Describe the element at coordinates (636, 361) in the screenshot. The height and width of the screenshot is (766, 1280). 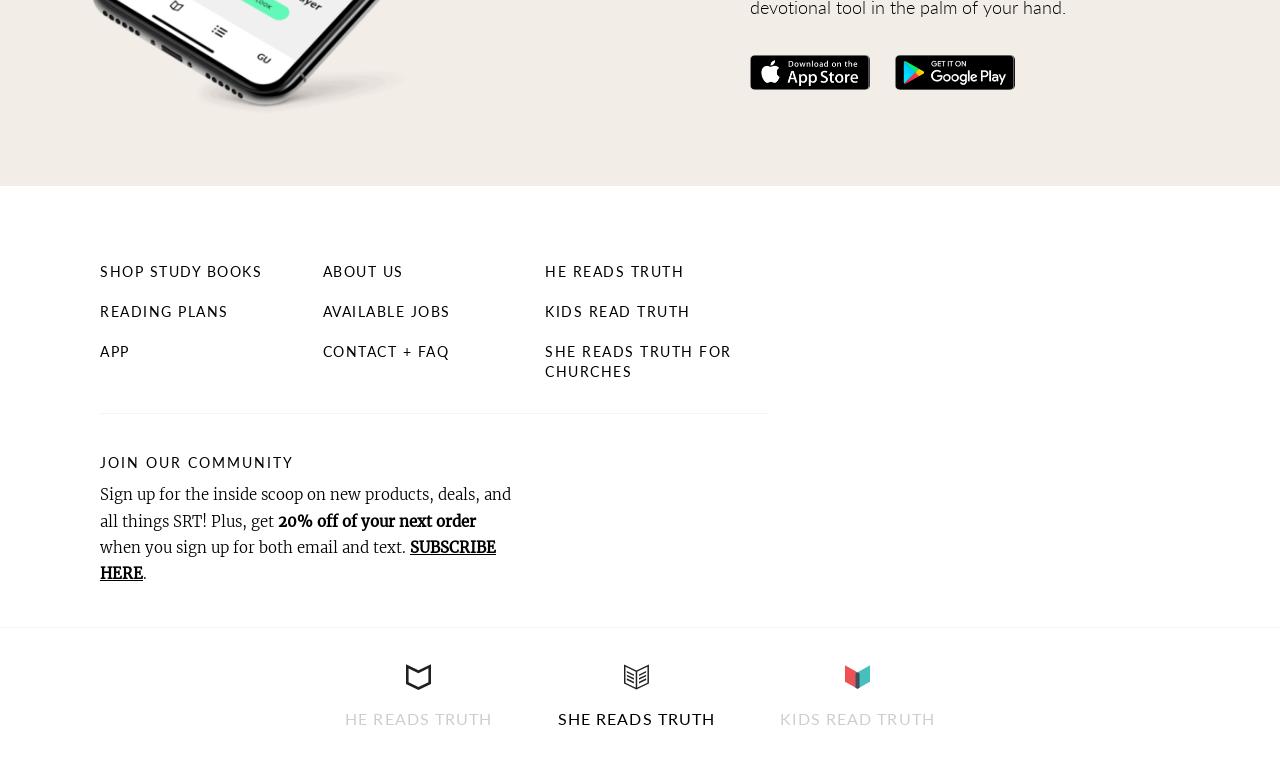
I see `'She Reads Truth for Churches'` at that location.